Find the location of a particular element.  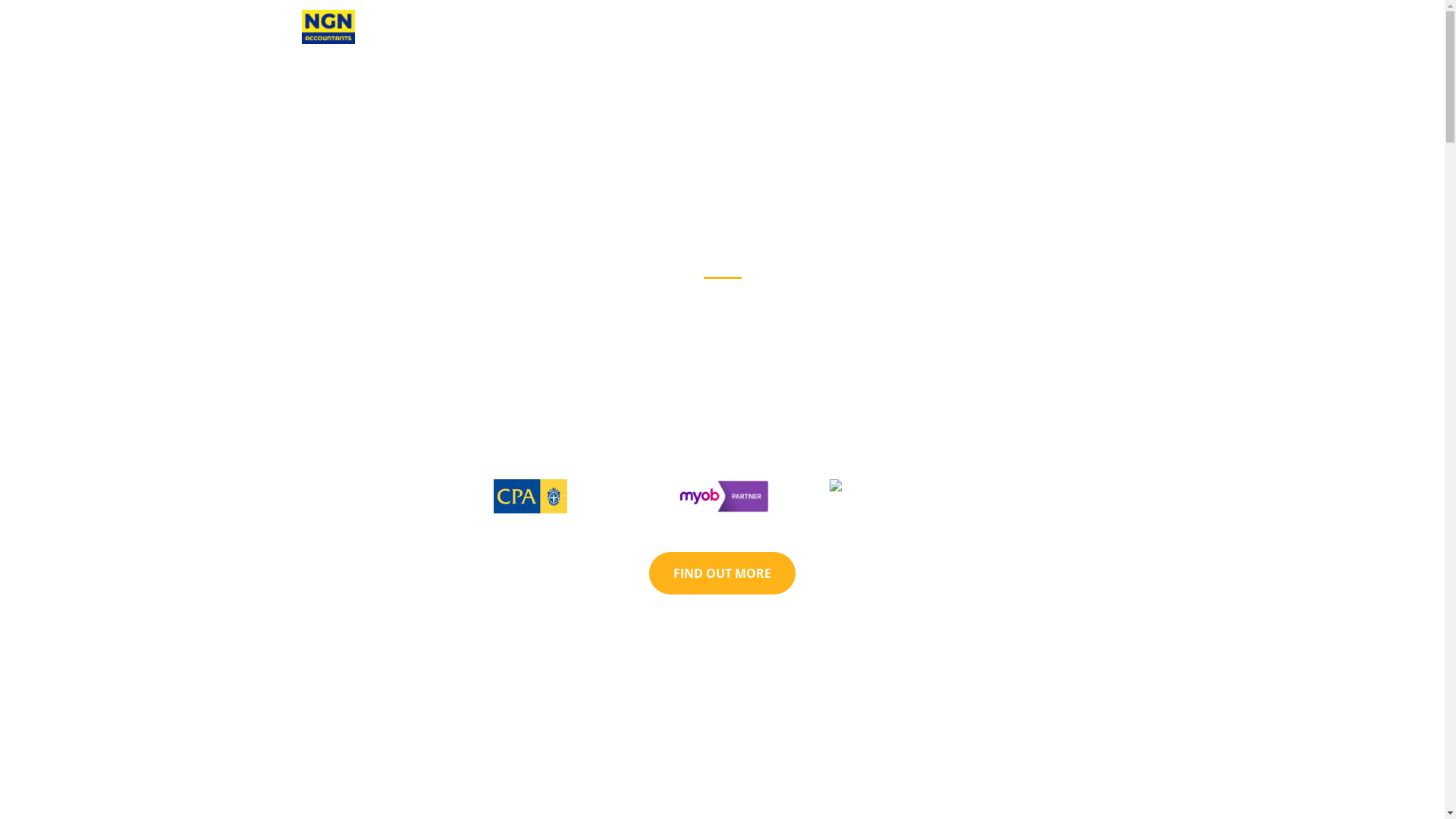

'CONTACT' is located at coordinates (1106, 27).